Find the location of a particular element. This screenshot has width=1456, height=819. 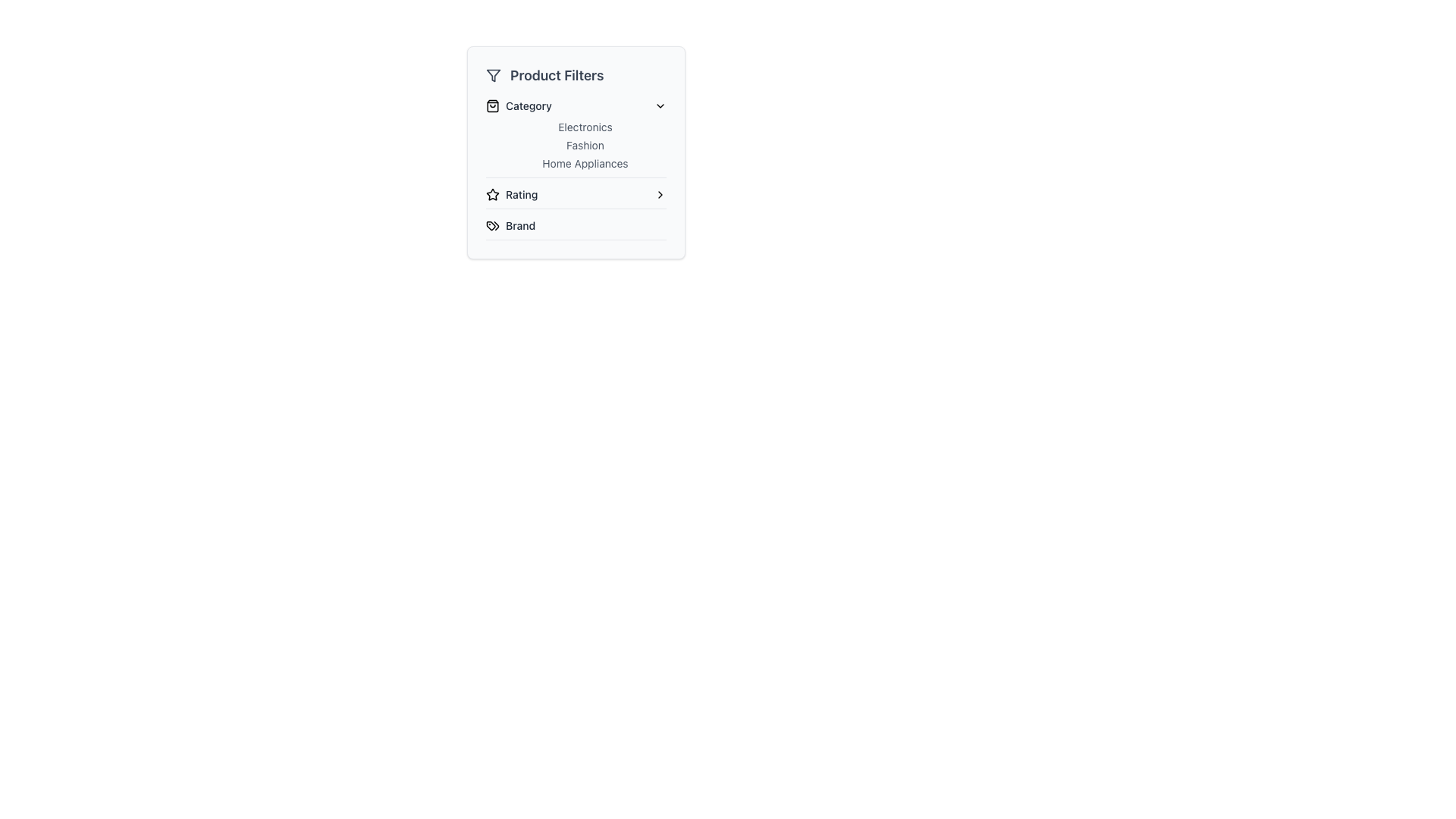

an item in the Menu List under the 'Category' header in the 'Product Filters' section is located at coordinates (575, 146).